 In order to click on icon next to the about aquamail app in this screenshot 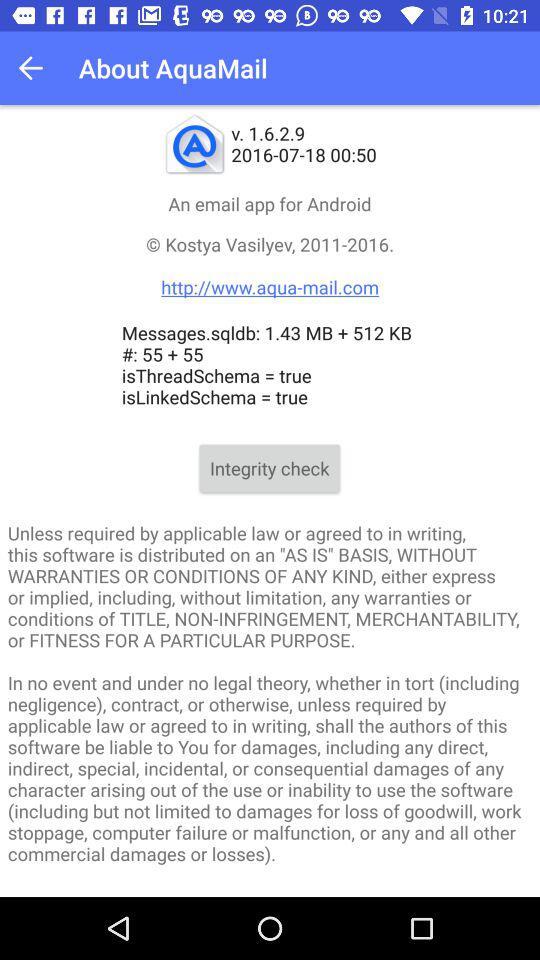, I will do `click(36, 68)`.